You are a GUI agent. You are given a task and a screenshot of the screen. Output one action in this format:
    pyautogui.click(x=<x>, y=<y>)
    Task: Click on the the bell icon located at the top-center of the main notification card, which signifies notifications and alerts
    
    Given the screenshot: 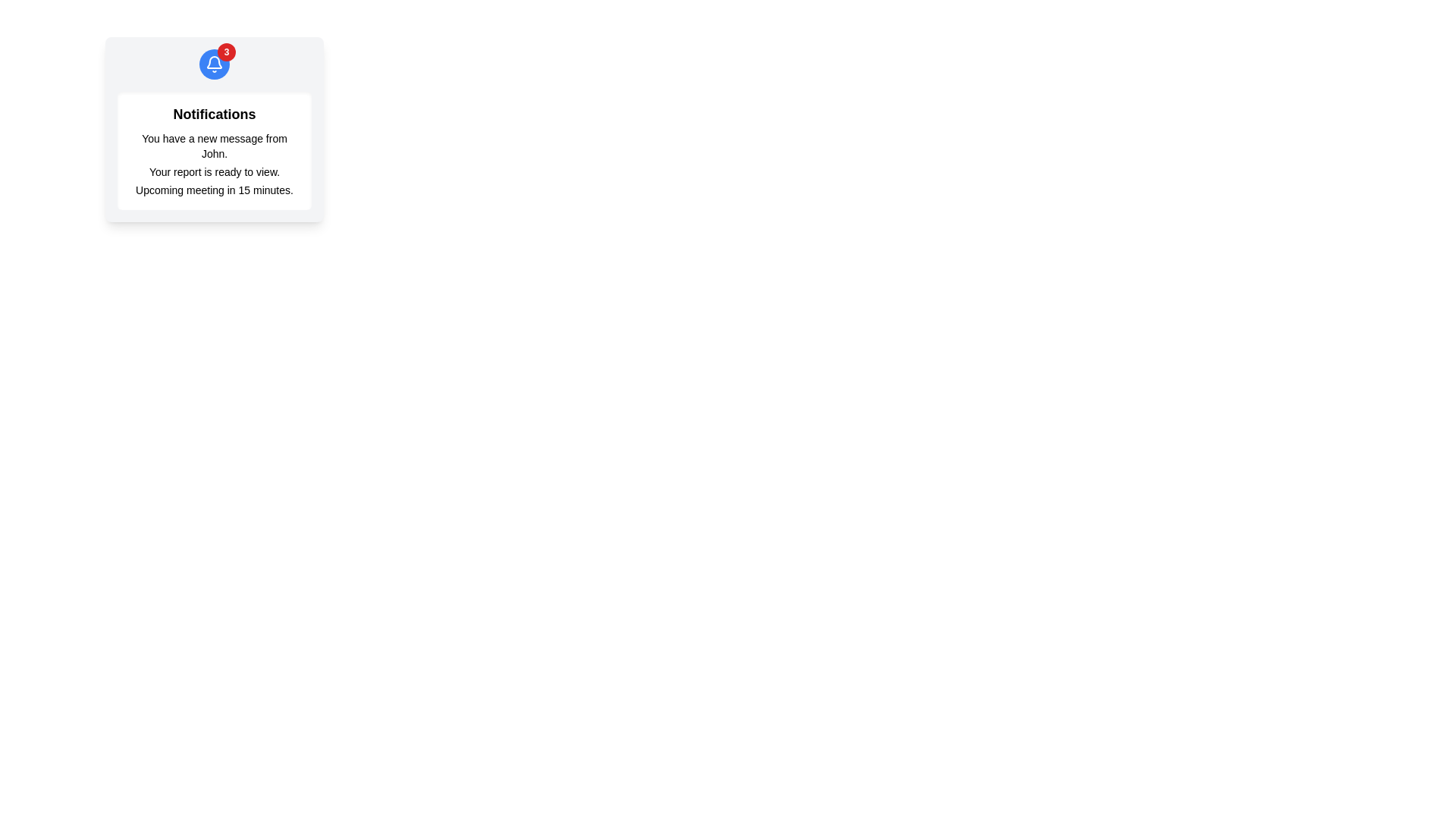 What is the action you would take?
    pyautogui.click(x=214, y=63)
    